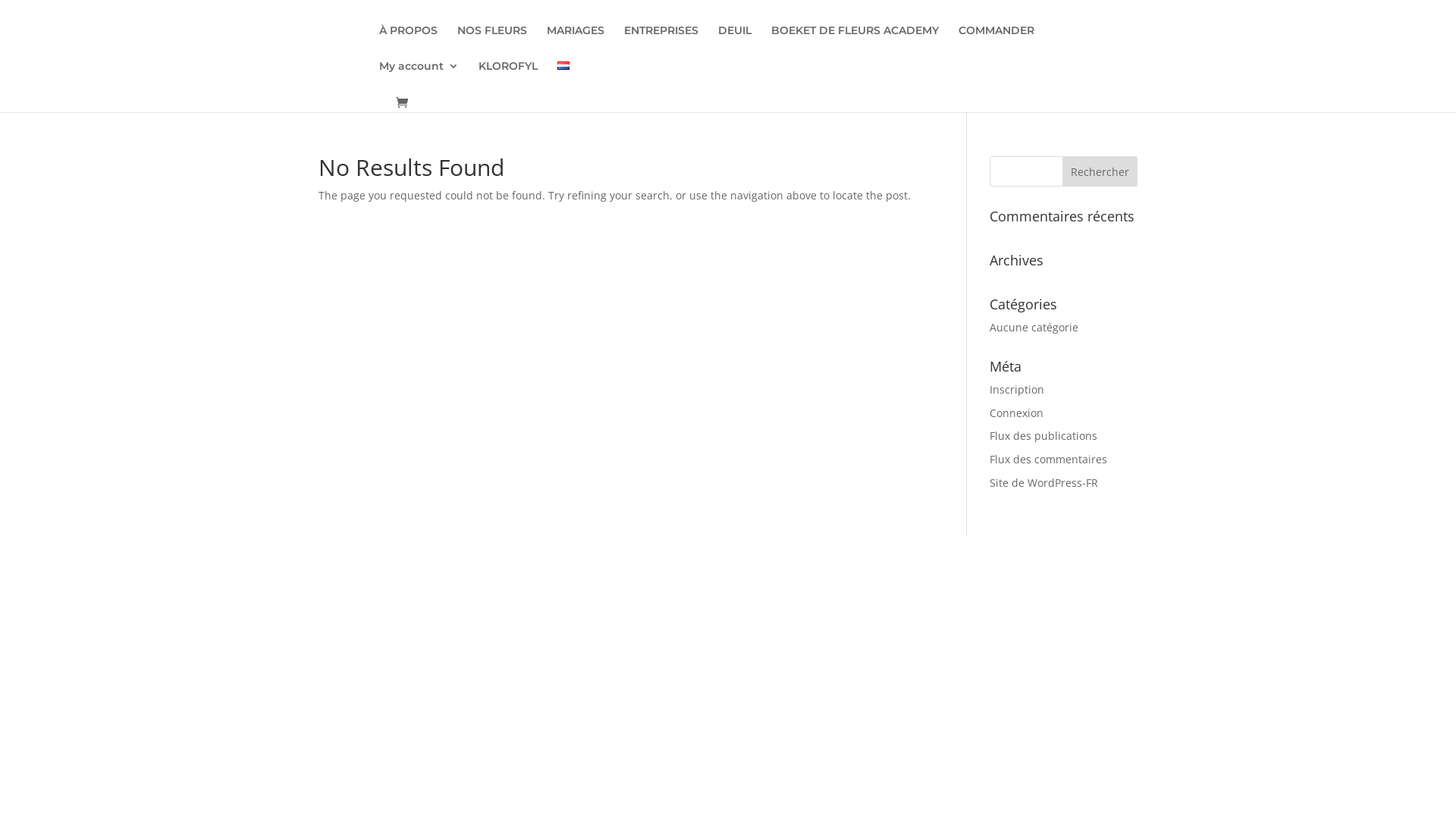  What do you see at coordinates (1043, 482) in the screenshot?
I see `'Site de WordPress-FR'` at bounding box center [1043, 482].